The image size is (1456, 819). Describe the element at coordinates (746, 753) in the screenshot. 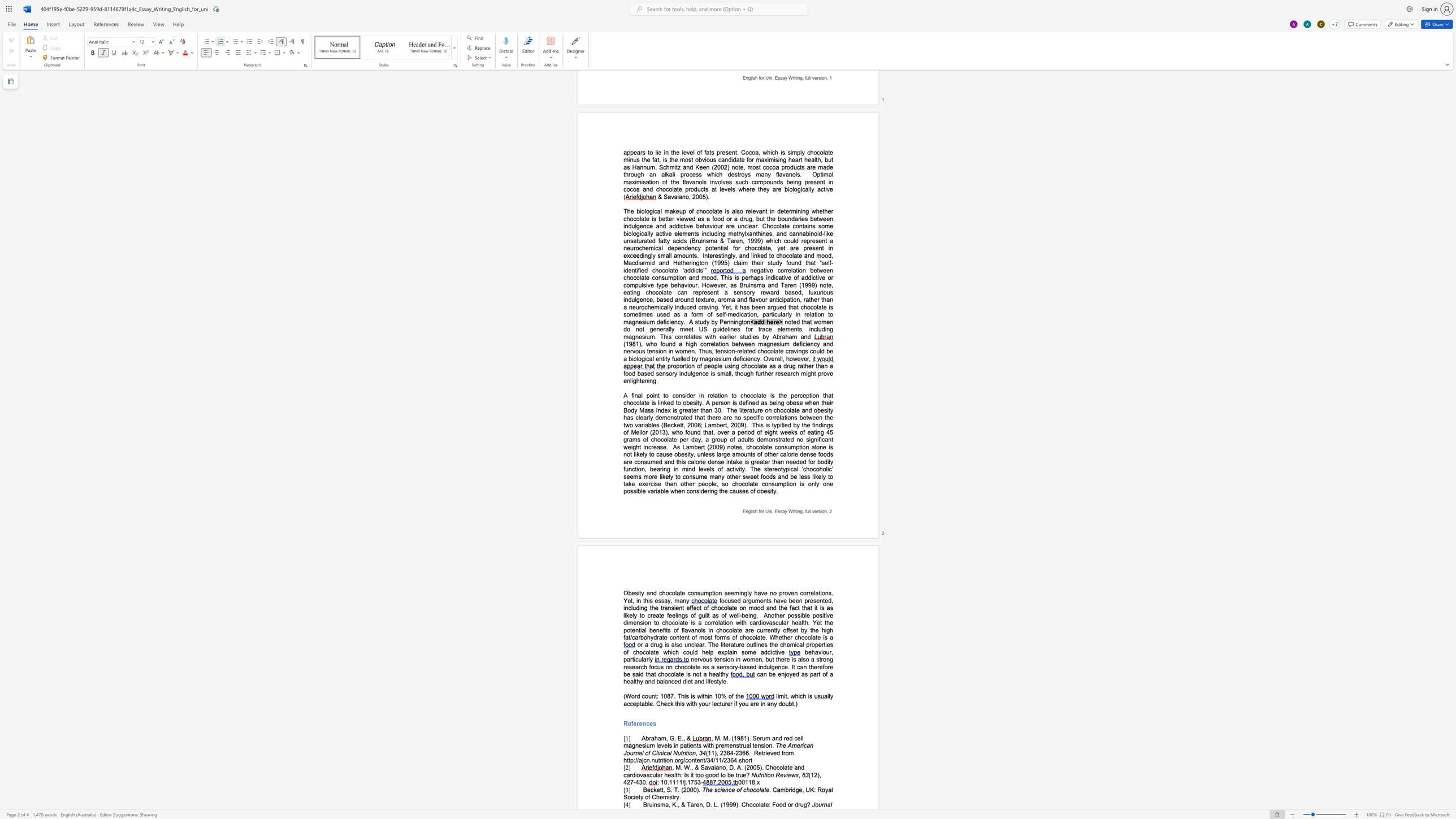

I see `the space between the continuous character "6" and "6" in the text` at that location.